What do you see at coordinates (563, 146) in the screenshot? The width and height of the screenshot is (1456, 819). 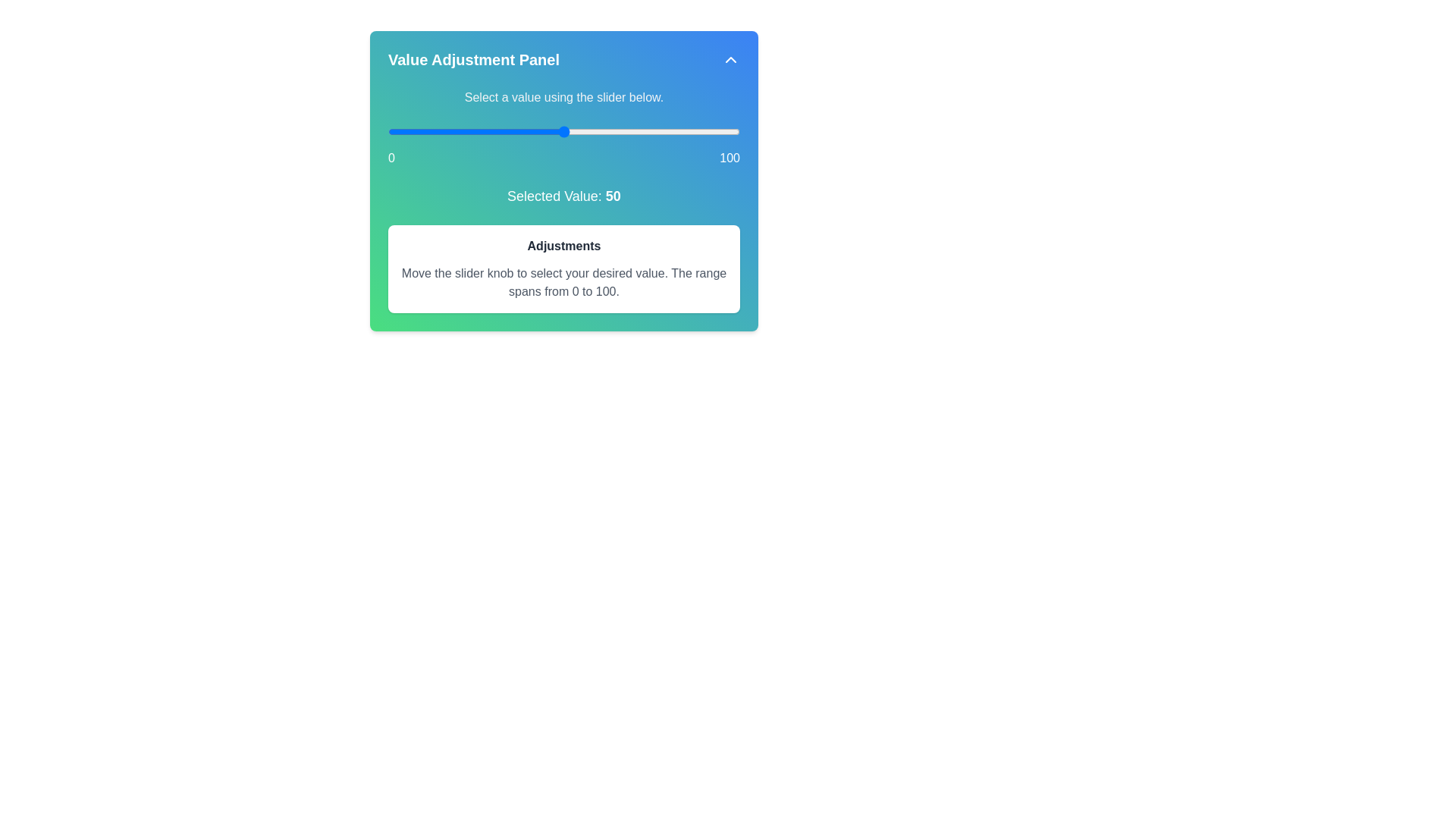 I see `the track of the horizontal slider input to set a value, located in the 'Value Adjustment Panel' beneath the 'Select a value using the slider below' text and above the 'Selected Value: 50' label` at bounding box center [563, 146].